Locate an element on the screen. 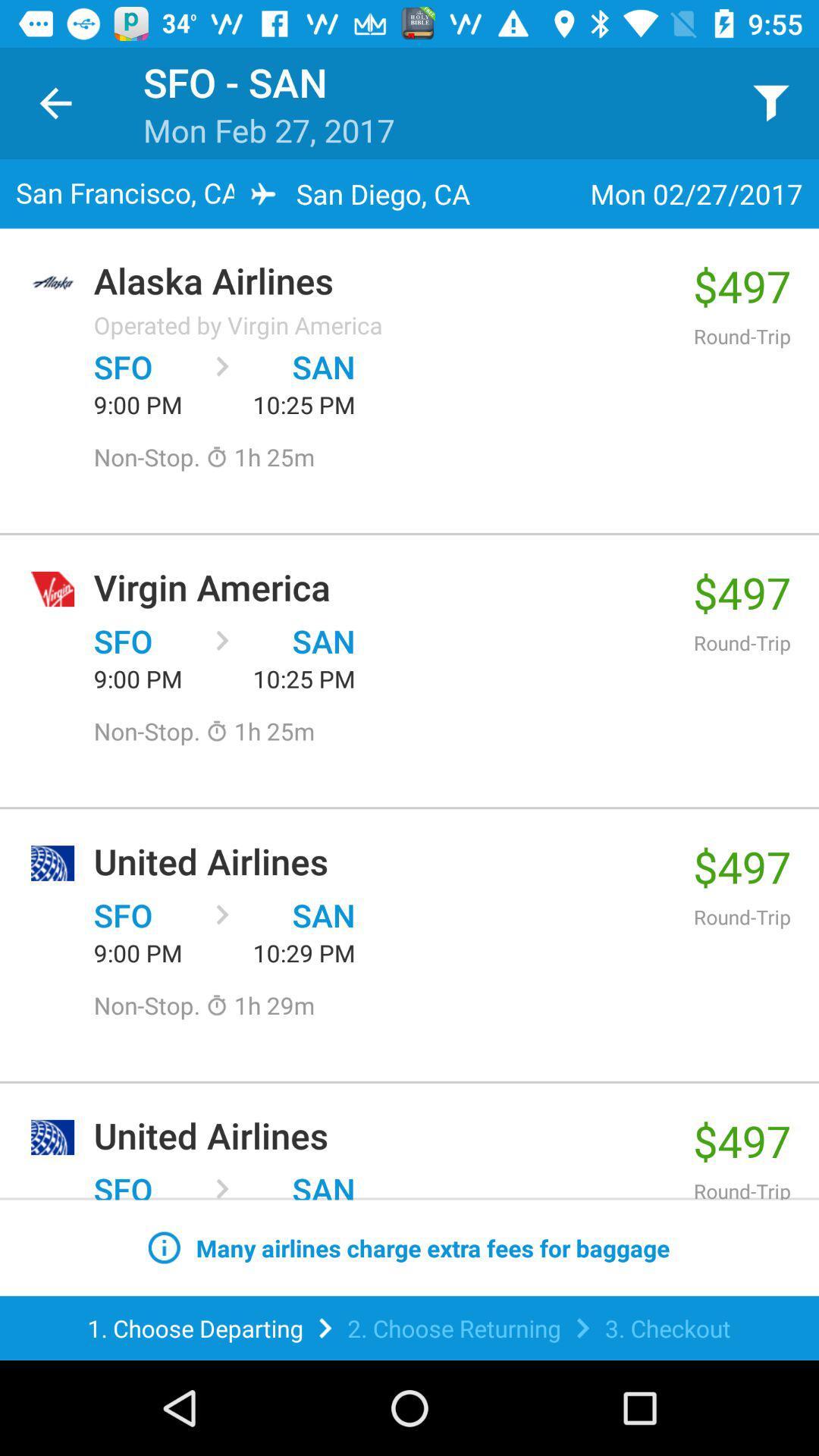 The height and width of the screenshot is (1456, 819). the item above sfo item is located at coordinates (238, 324).